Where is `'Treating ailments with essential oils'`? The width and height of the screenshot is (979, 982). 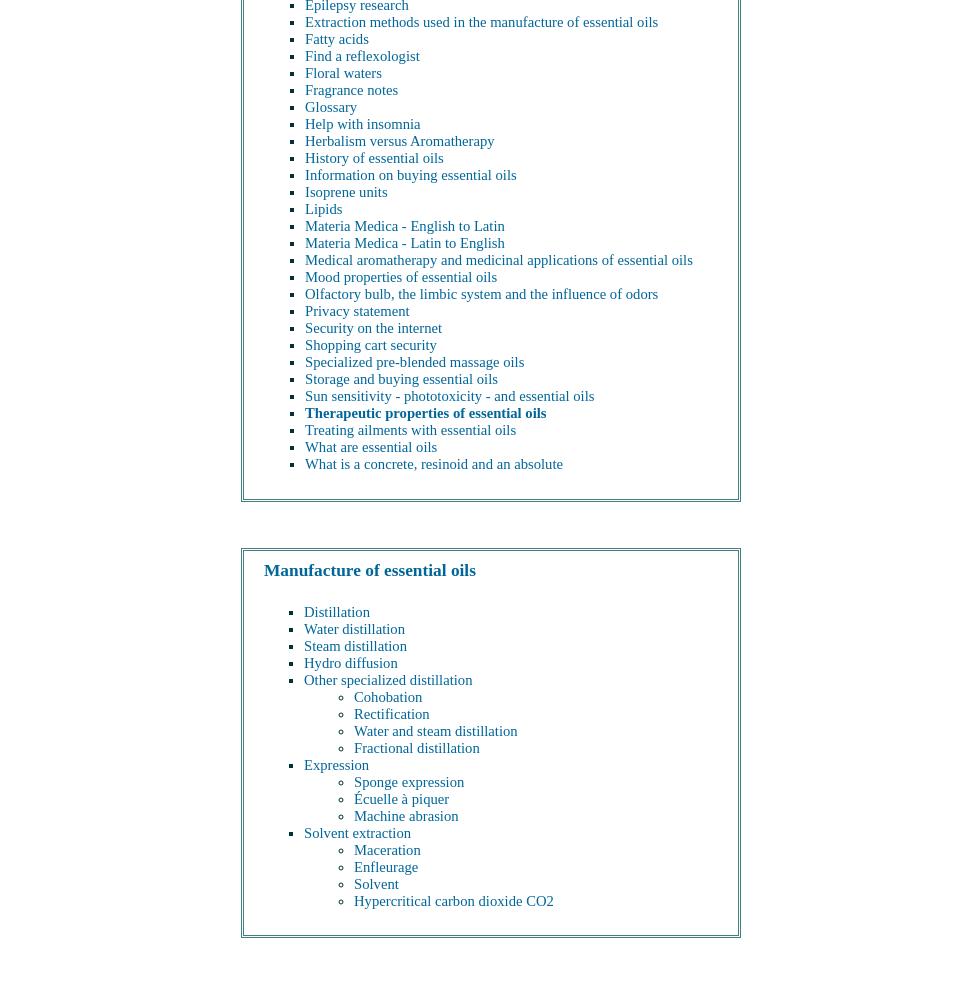
'Treating ailments with essential oils' is located at coordinates (410, 430).